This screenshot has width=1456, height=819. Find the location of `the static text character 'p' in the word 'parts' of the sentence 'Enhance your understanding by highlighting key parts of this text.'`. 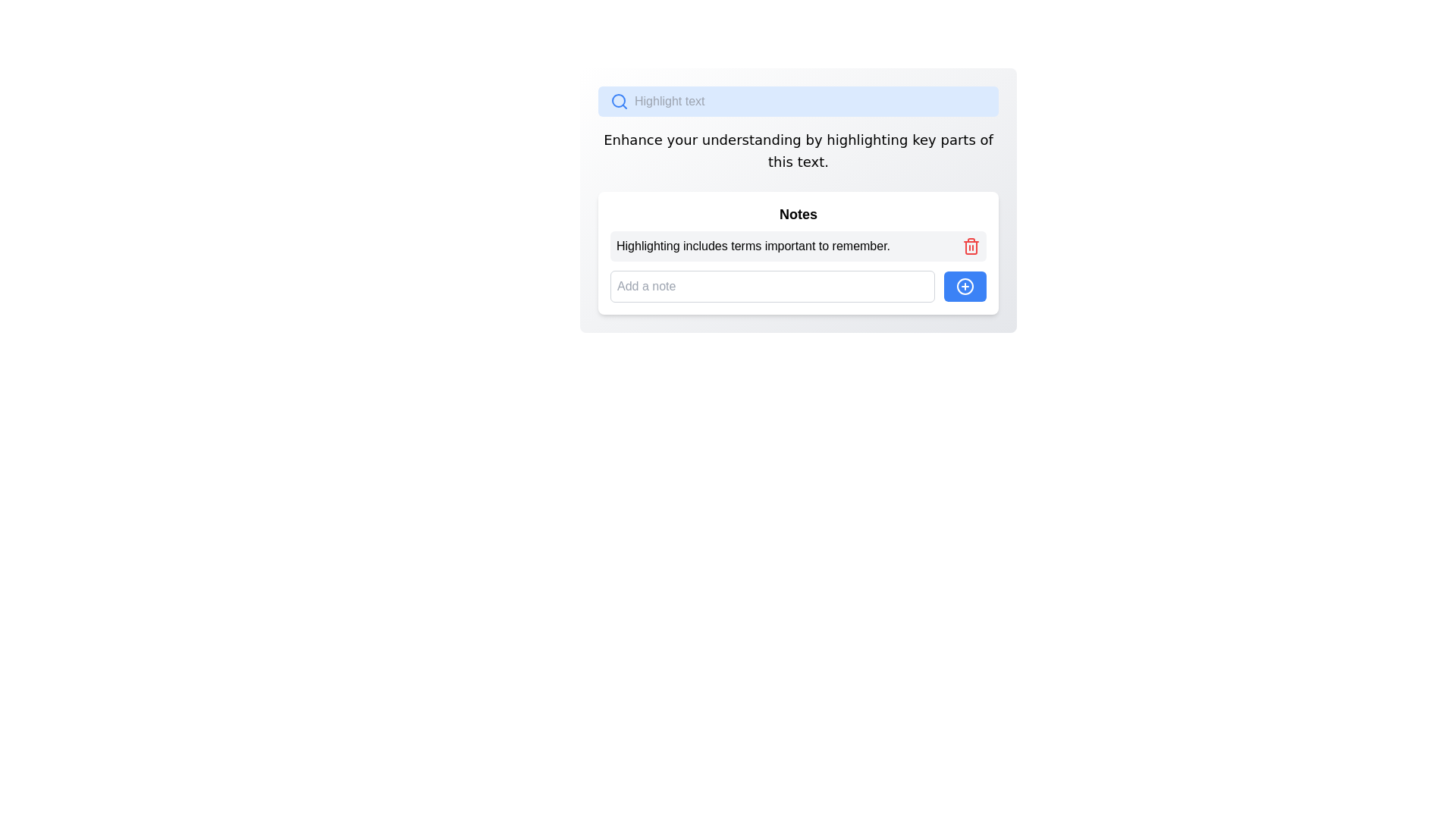

the static text character 'p' in the word 'parts' of the sentence 'Enhance your understanding by highlighting key parts of this text.' is located at coordinates (952, 140).